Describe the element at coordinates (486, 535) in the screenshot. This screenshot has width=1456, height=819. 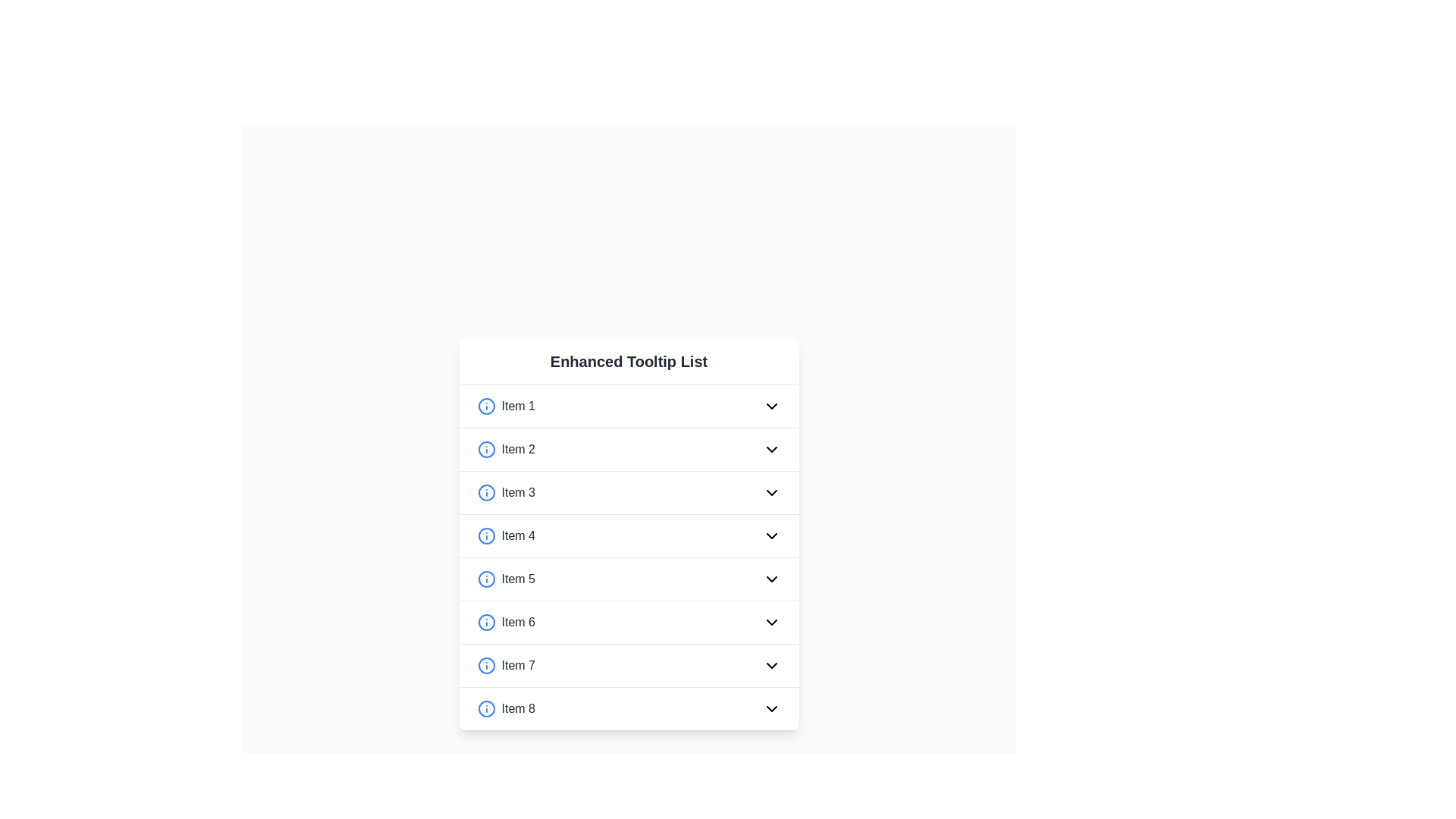
I see `the circular blue outlined icon resembling an information symbol, located at the start of the row labeled 'Item 4'` at that location.